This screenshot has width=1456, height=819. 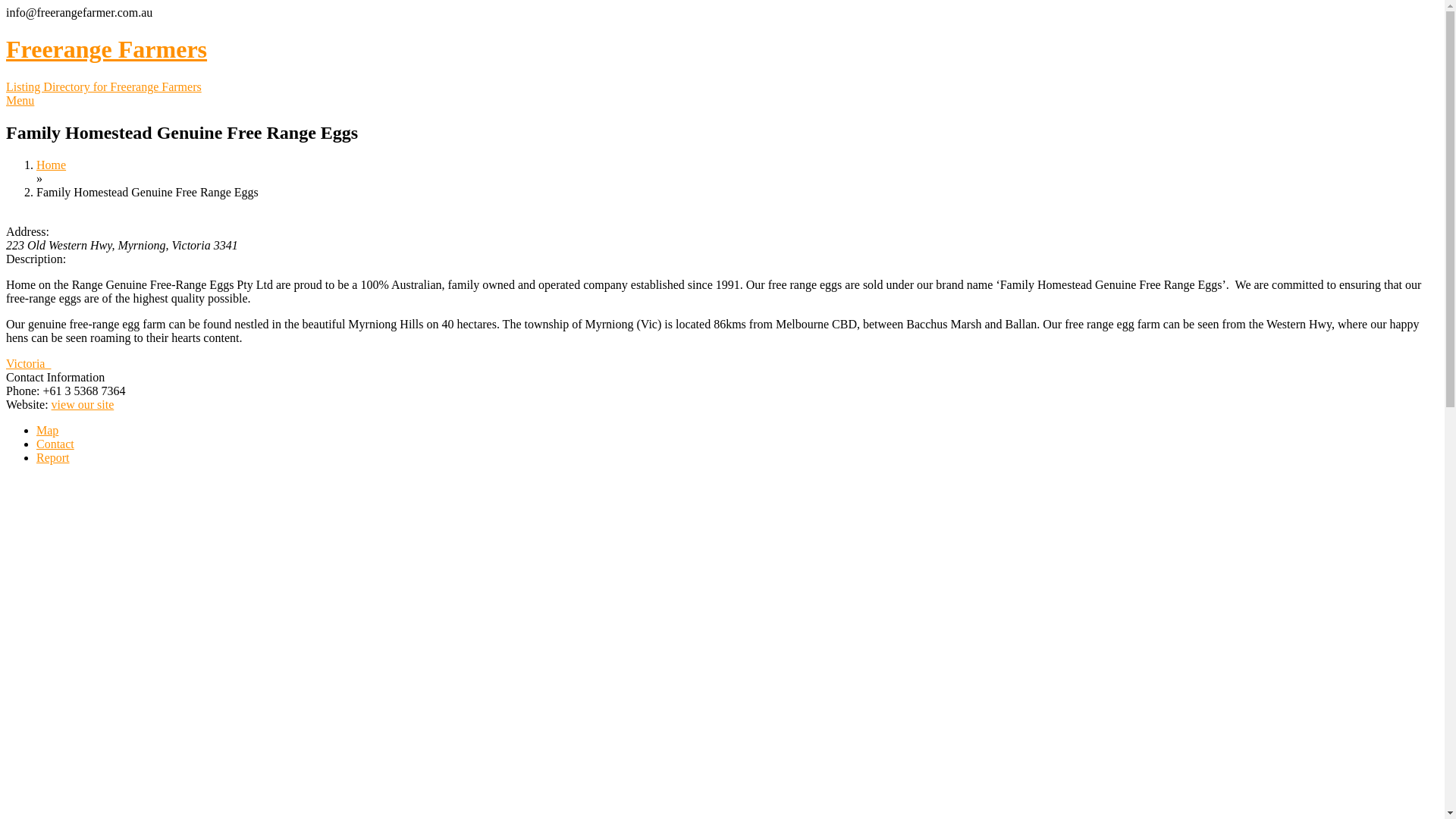 I want to click on 'Report', so click(x=53, y=457).